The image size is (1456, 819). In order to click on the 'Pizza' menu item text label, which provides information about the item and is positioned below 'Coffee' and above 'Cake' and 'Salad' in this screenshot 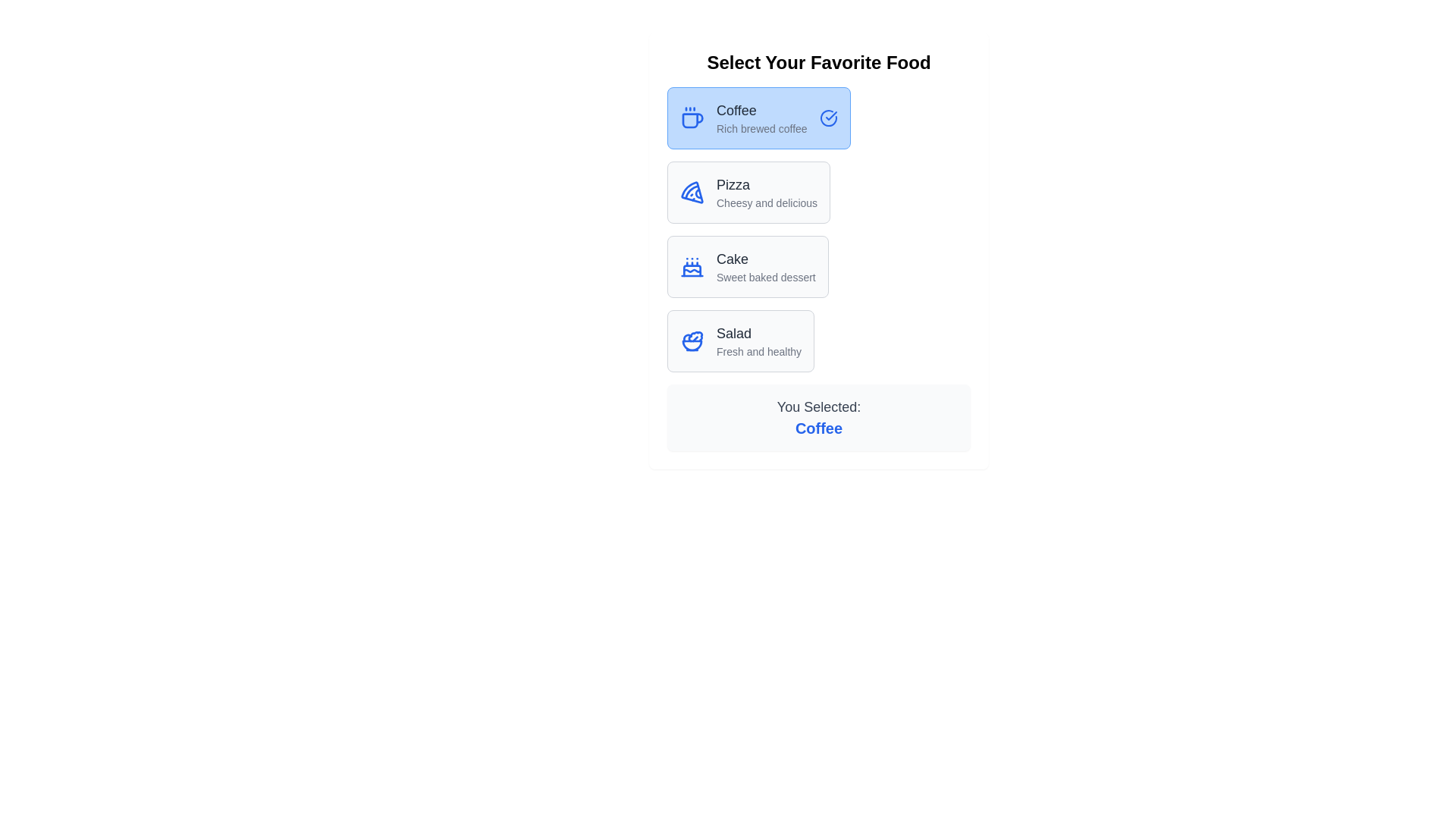, I will do `click(767, 192)`.